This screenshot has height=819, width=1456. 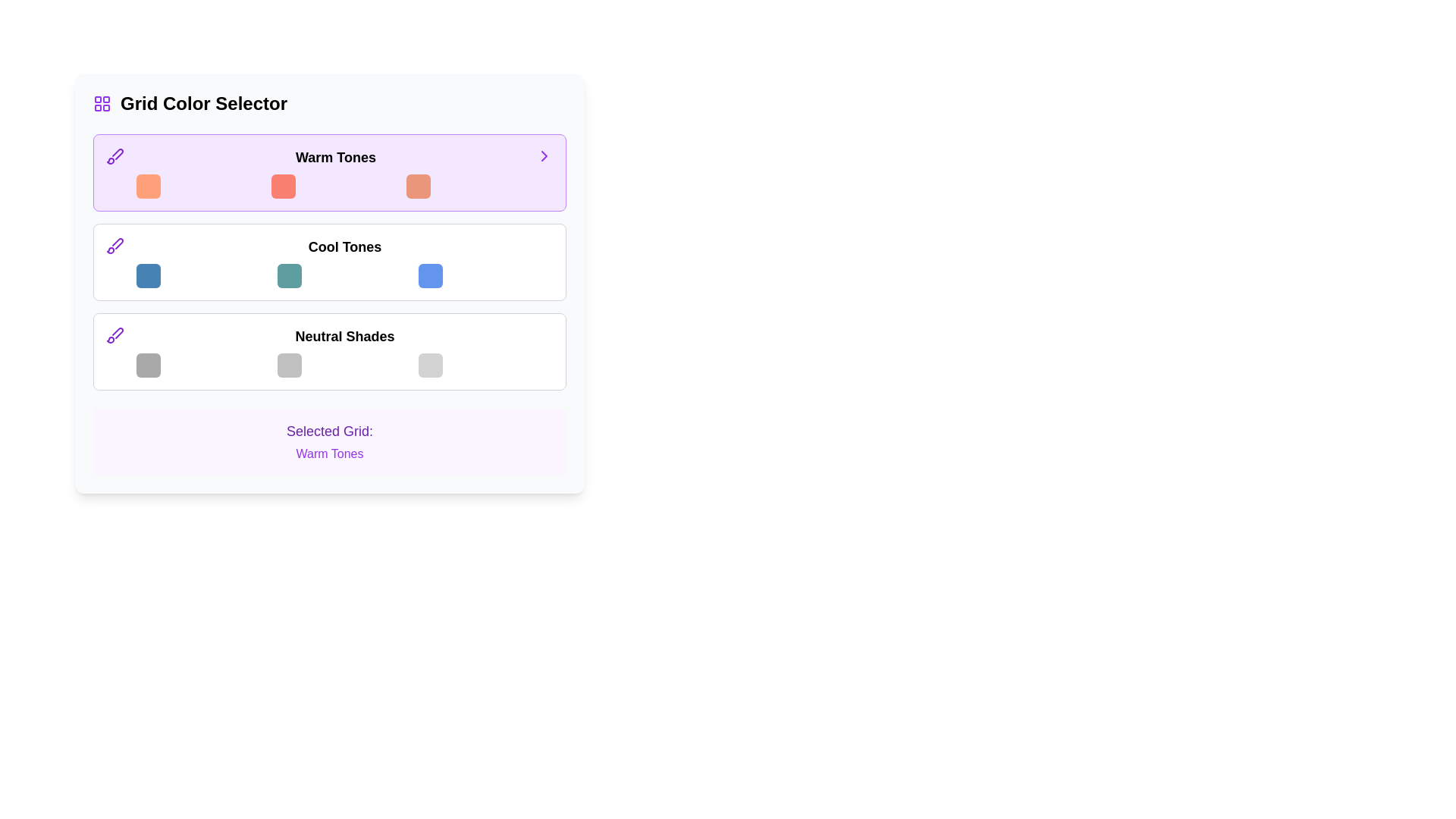 I want to click on the small right-pointing chevron icon located in the top-right corner of the 'Warm Tones' section to trigger a tooltip, so click(x=544, y=155).